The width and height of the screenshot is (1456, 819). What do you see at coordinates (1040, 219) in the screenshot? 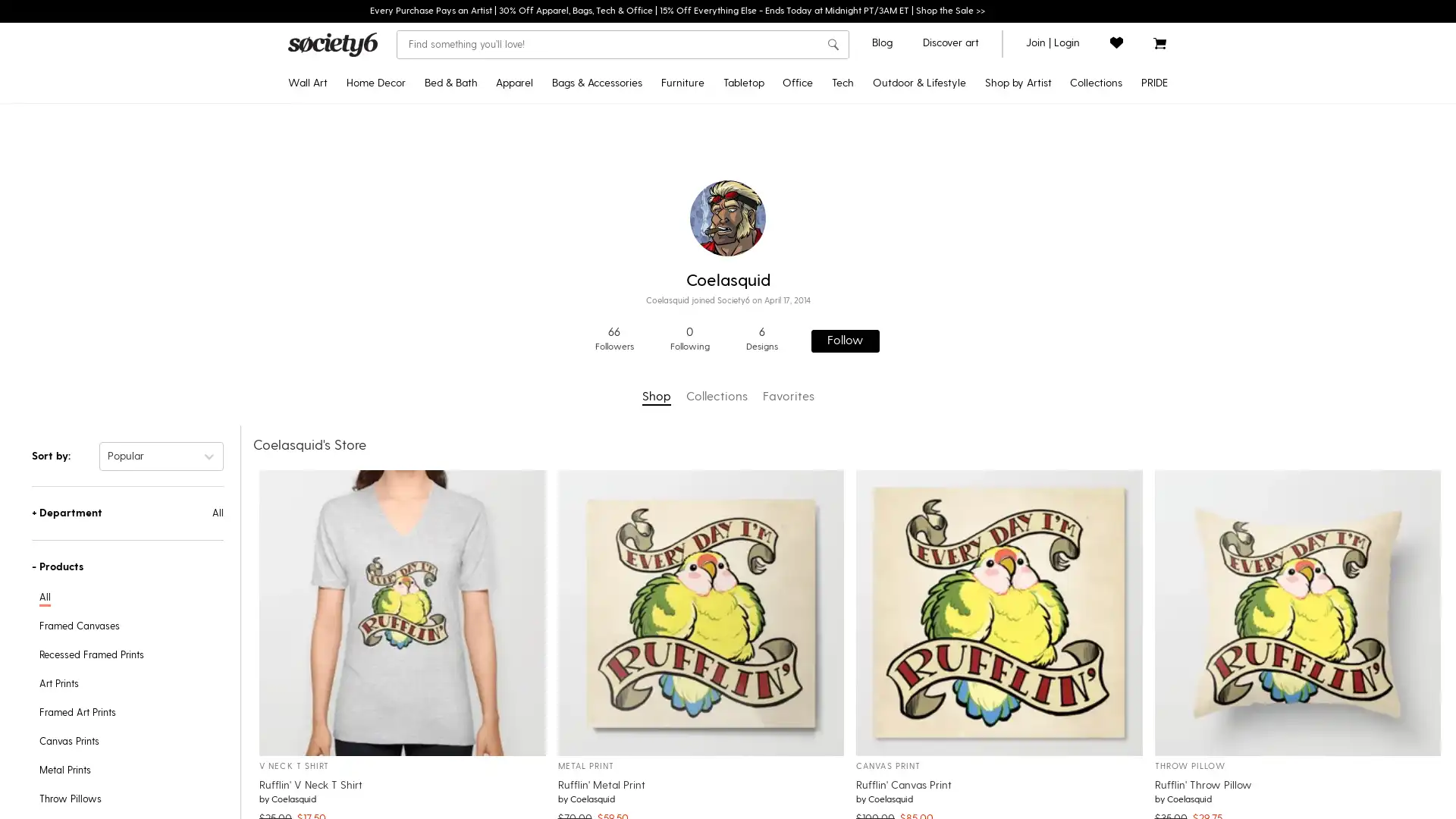
I see `Popular Wall Art` at bounding box center [1040, 219].